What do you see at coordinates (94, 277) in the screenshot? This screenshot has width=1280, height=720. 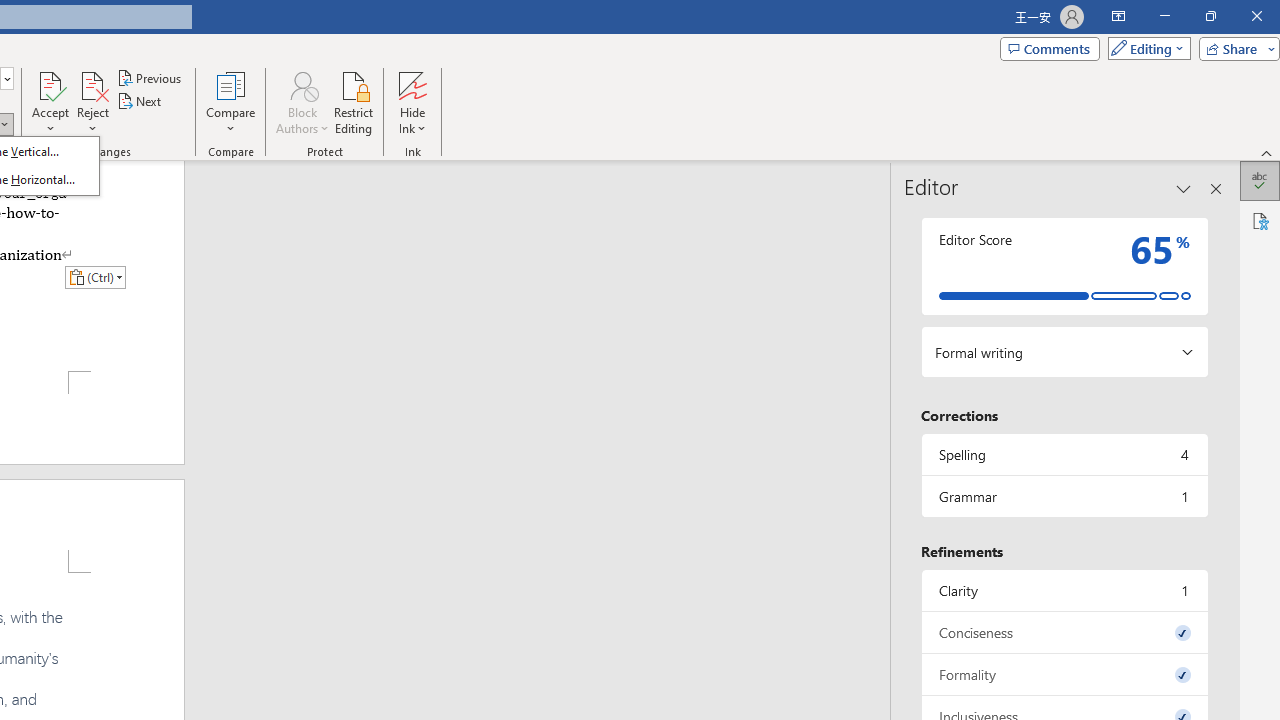 I see `'Action: Paste alternatives'` at bounding box center [94, 277].